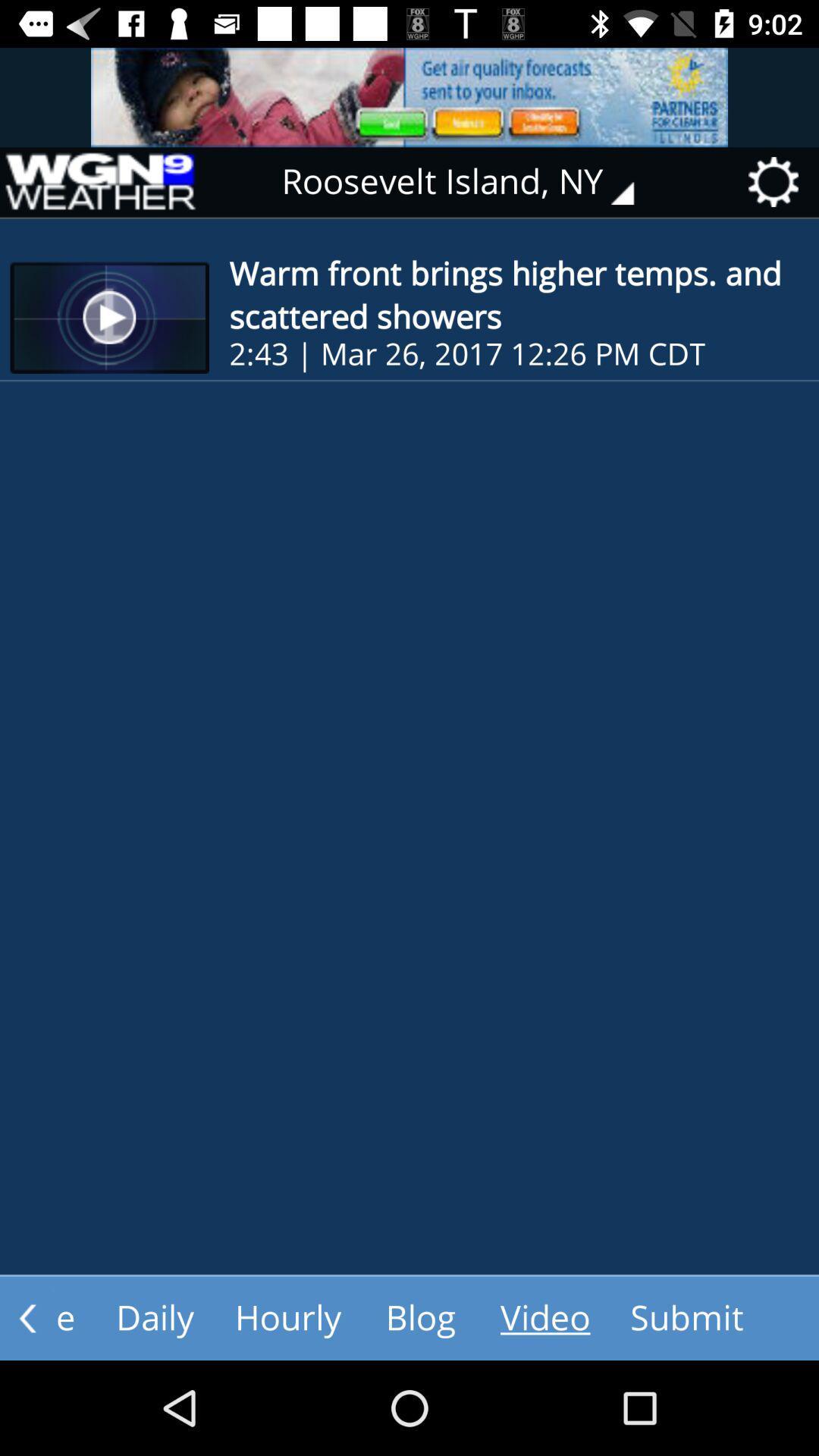 The width and height of the screenshot is (819, 1456). Describe the element at coordinates (687, 1317) in the screenshot. I see `submit` at that location.